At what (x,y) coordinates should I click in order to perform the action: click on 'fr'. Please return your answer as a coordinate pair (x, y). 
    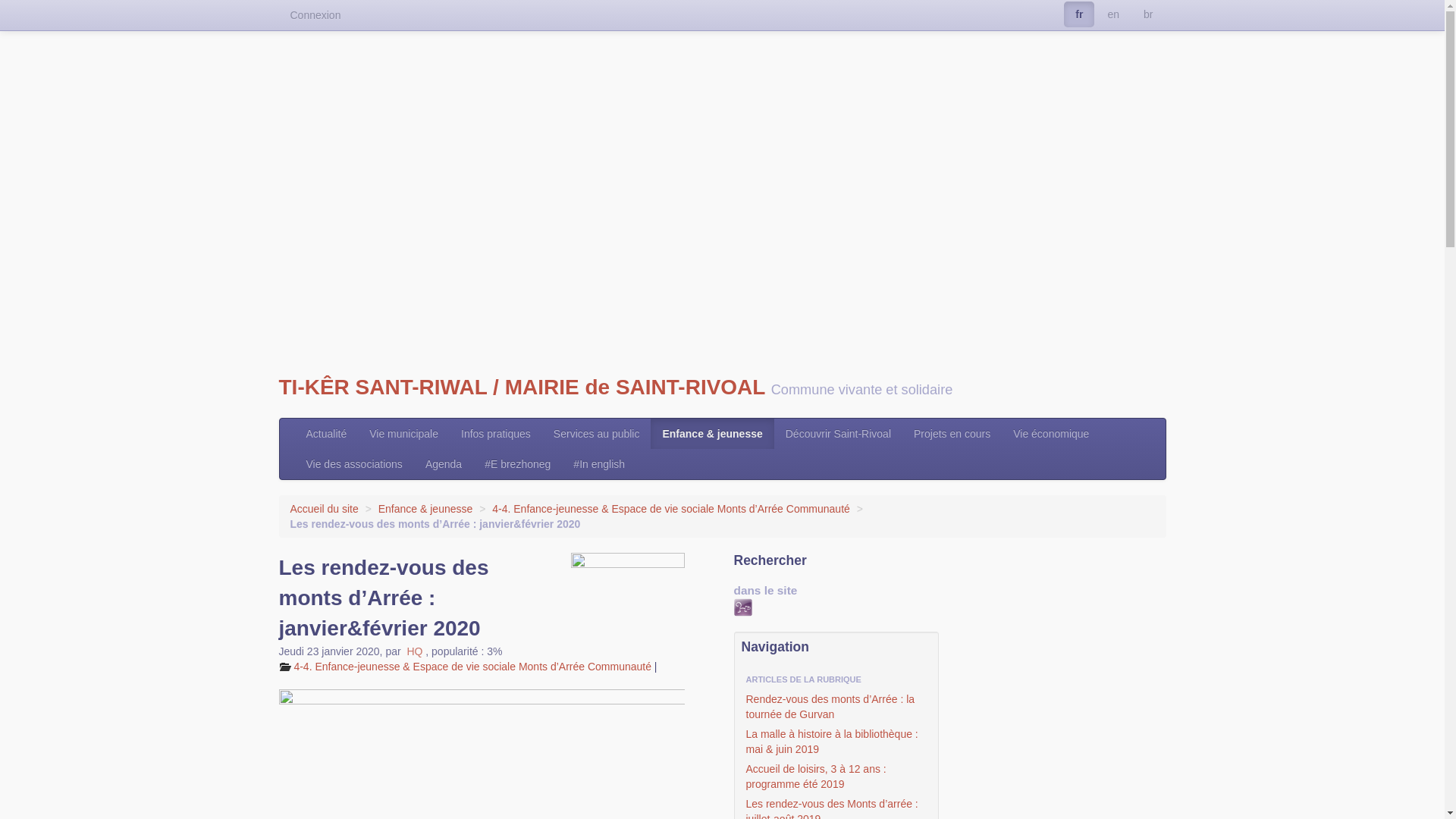
    Looking at the image, I should click on (1078, 14).